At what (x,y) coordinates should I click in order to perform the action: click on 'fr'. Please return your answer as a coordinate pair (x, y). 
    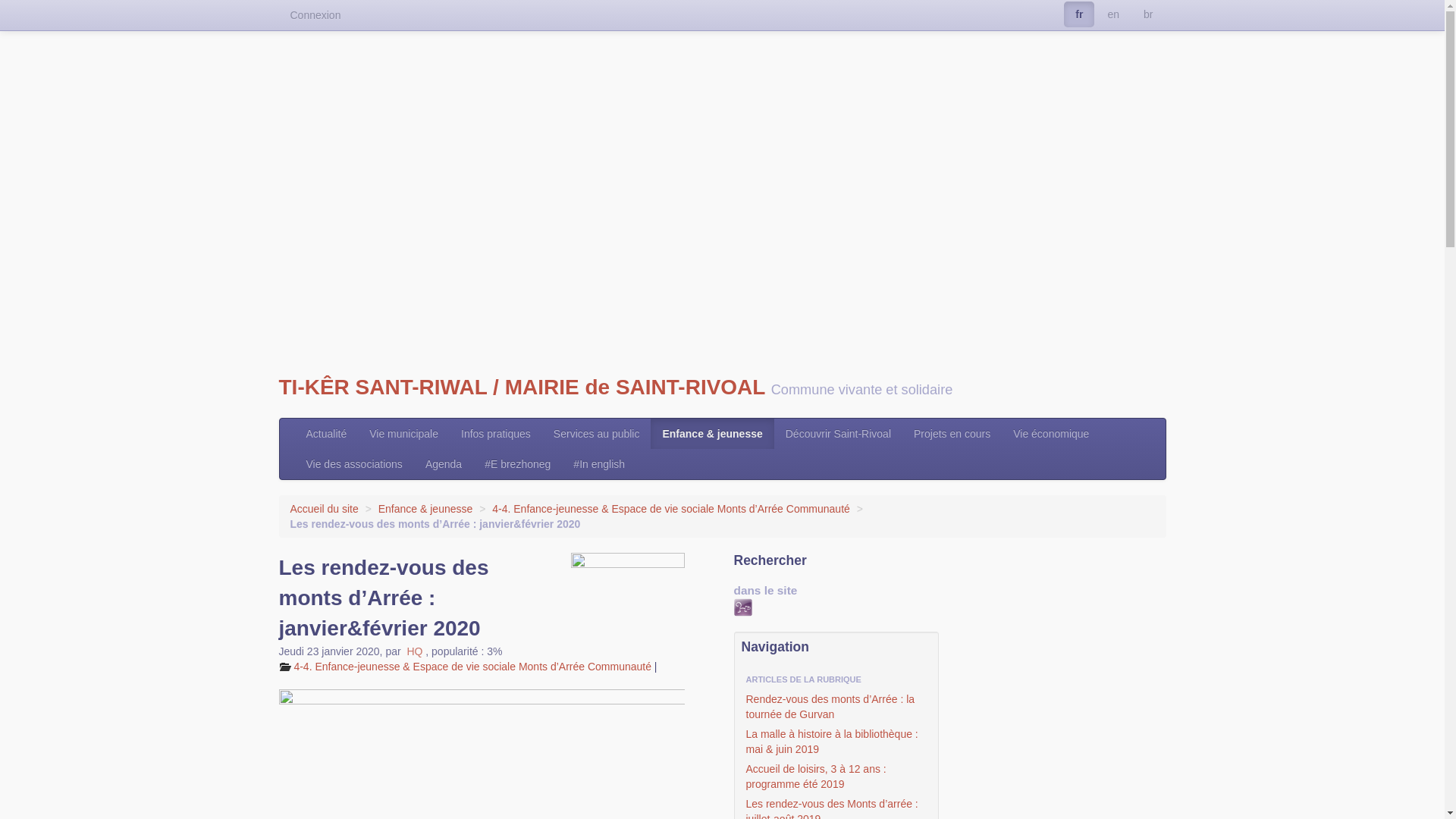
    Looking at the image, I should click on (1078, 14).